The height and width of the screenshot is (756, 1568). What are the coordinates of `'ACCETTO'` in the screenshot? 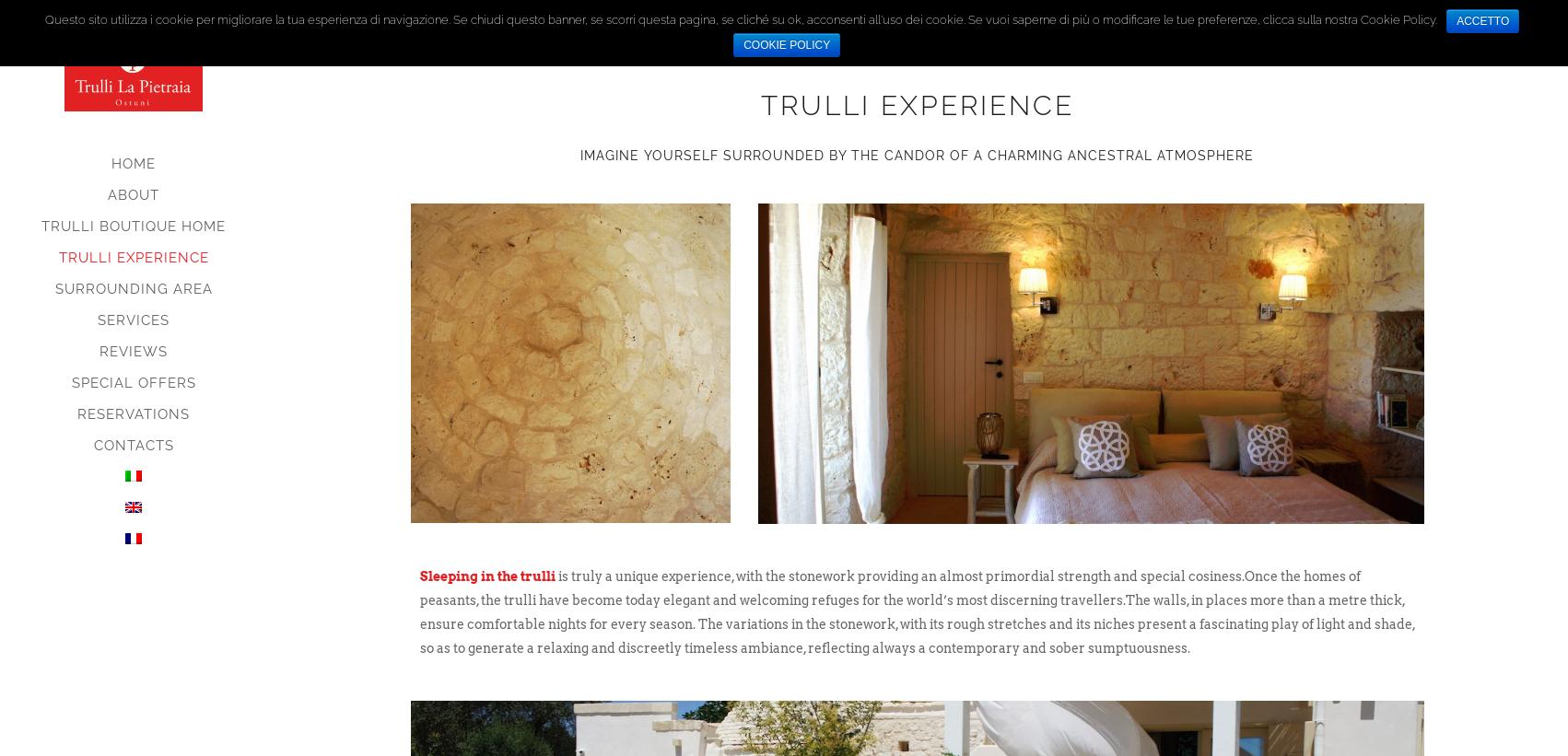 It's located at (1481, 19).